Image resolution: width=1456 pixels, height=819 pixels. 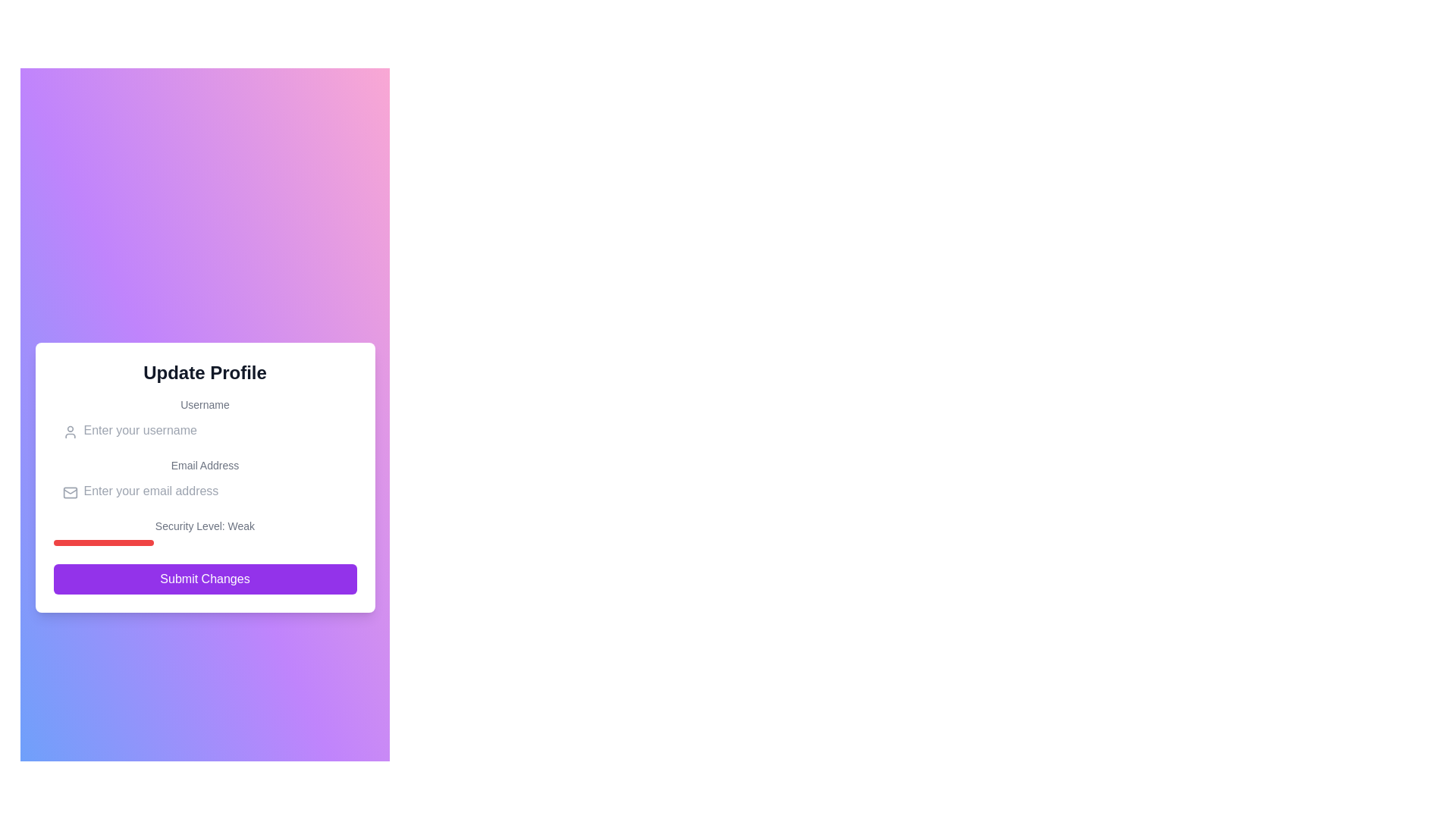 What do you see at coordinates (69, 493) in the screenshot?
I see `the email icon that visually represents an email indicator next to the 'Enter your email address' input field` at bounding box center [69, 493].